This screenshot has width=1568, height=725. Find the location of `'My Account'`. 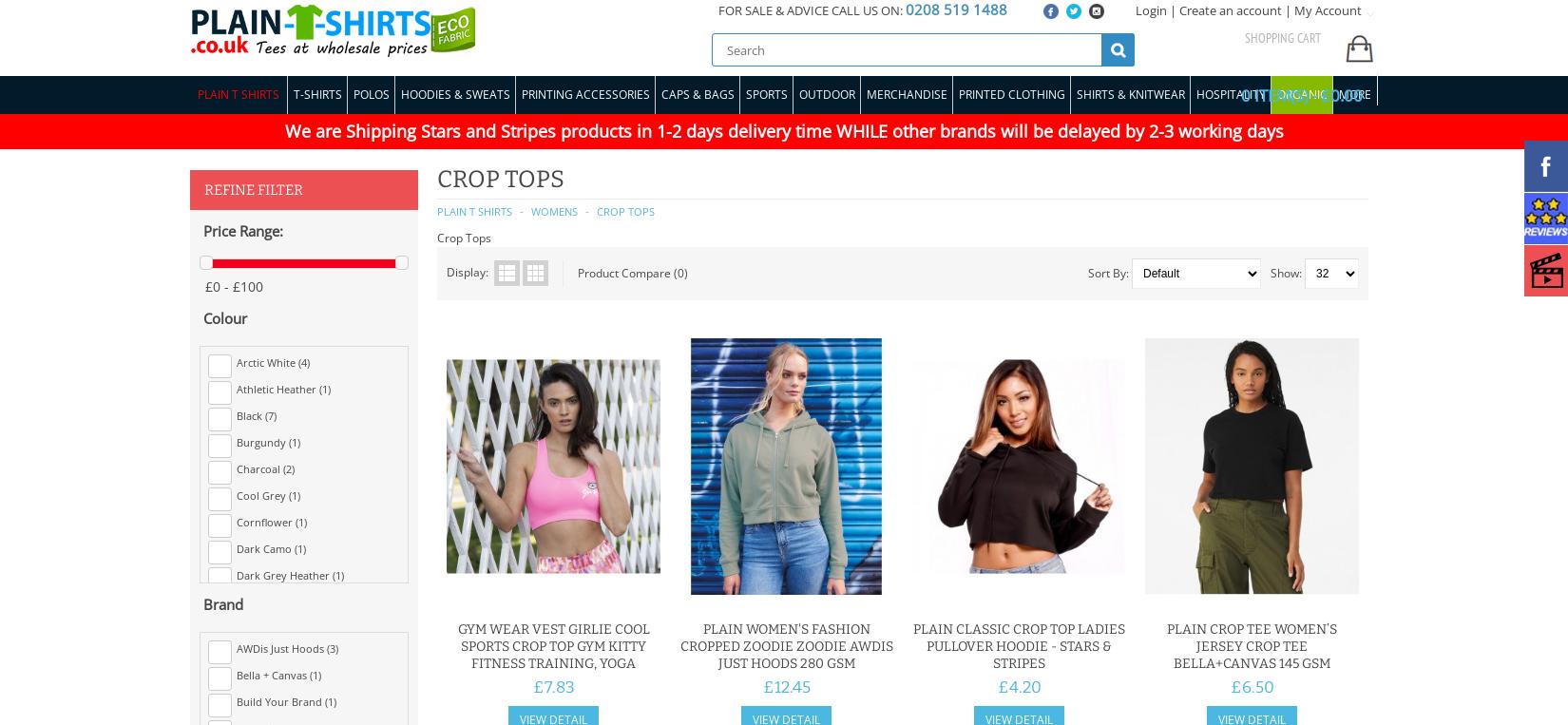

'My Account' is located at coordinates (1327, 9).